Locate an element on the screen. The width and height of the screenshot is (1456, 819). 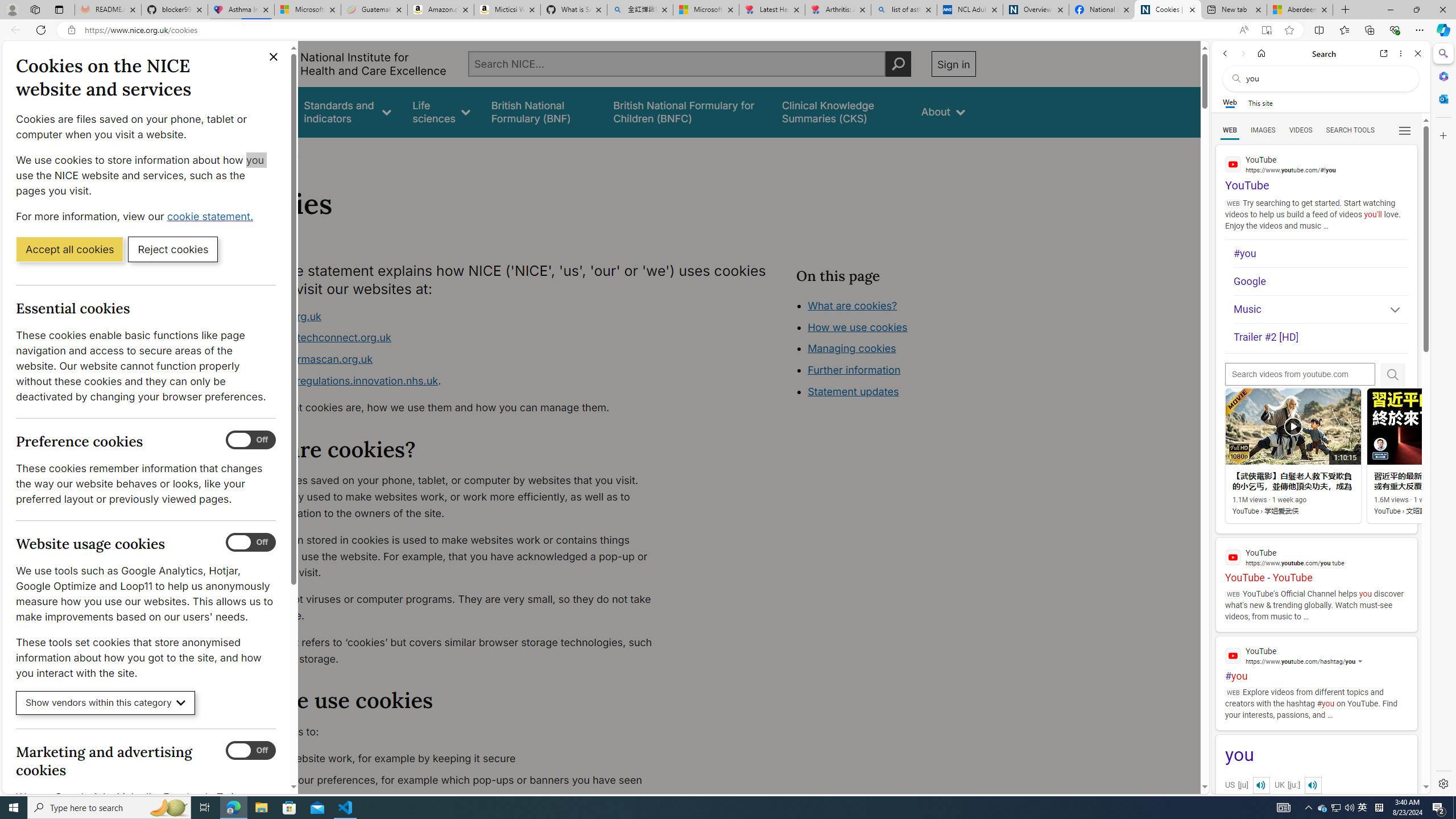
'Reject cookies' is located at coordinates (172, 248).